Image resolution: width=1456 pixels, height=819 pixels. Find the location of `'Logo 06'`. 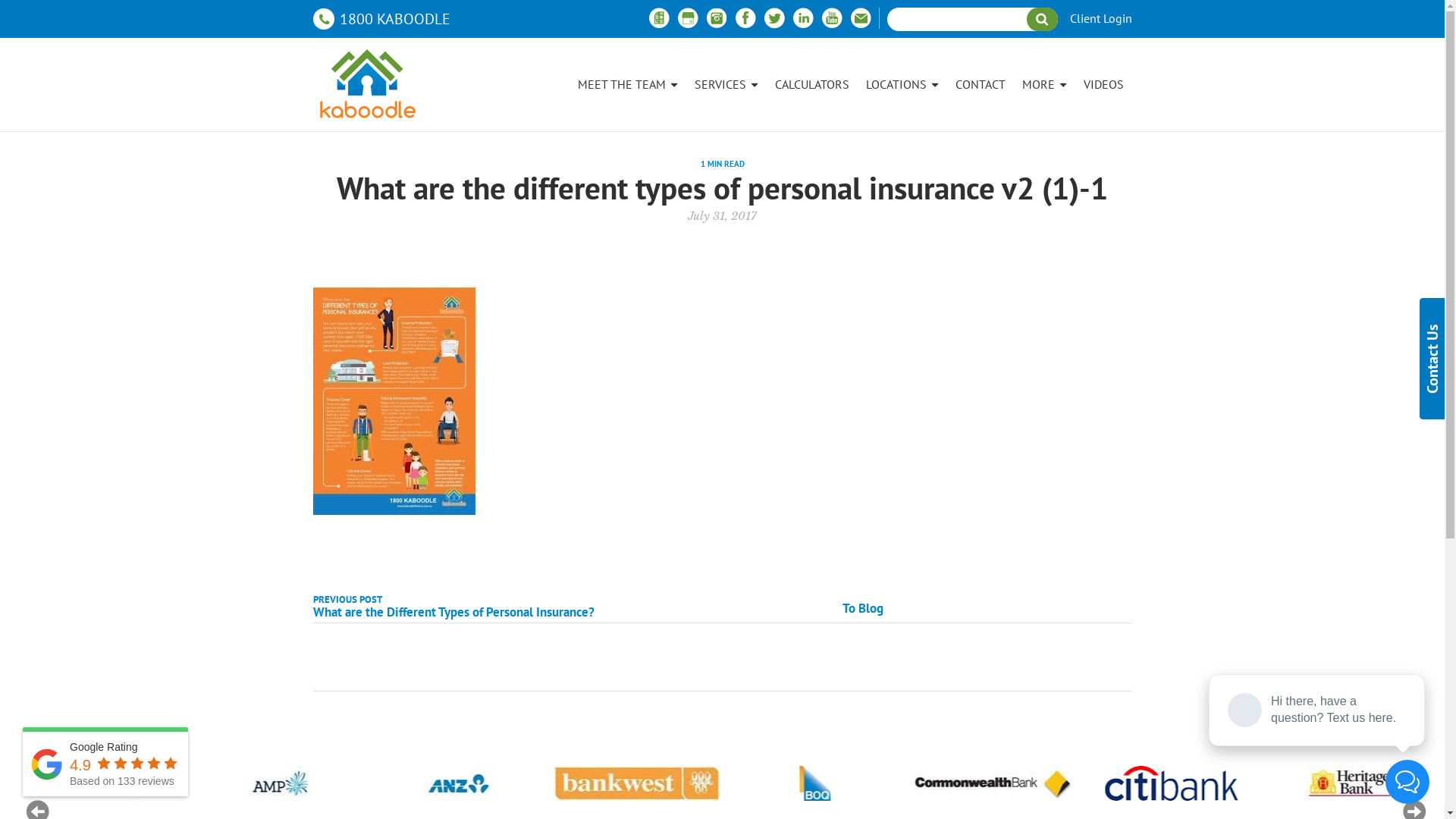

'Logo 06' is located at coordinates (726, 783).